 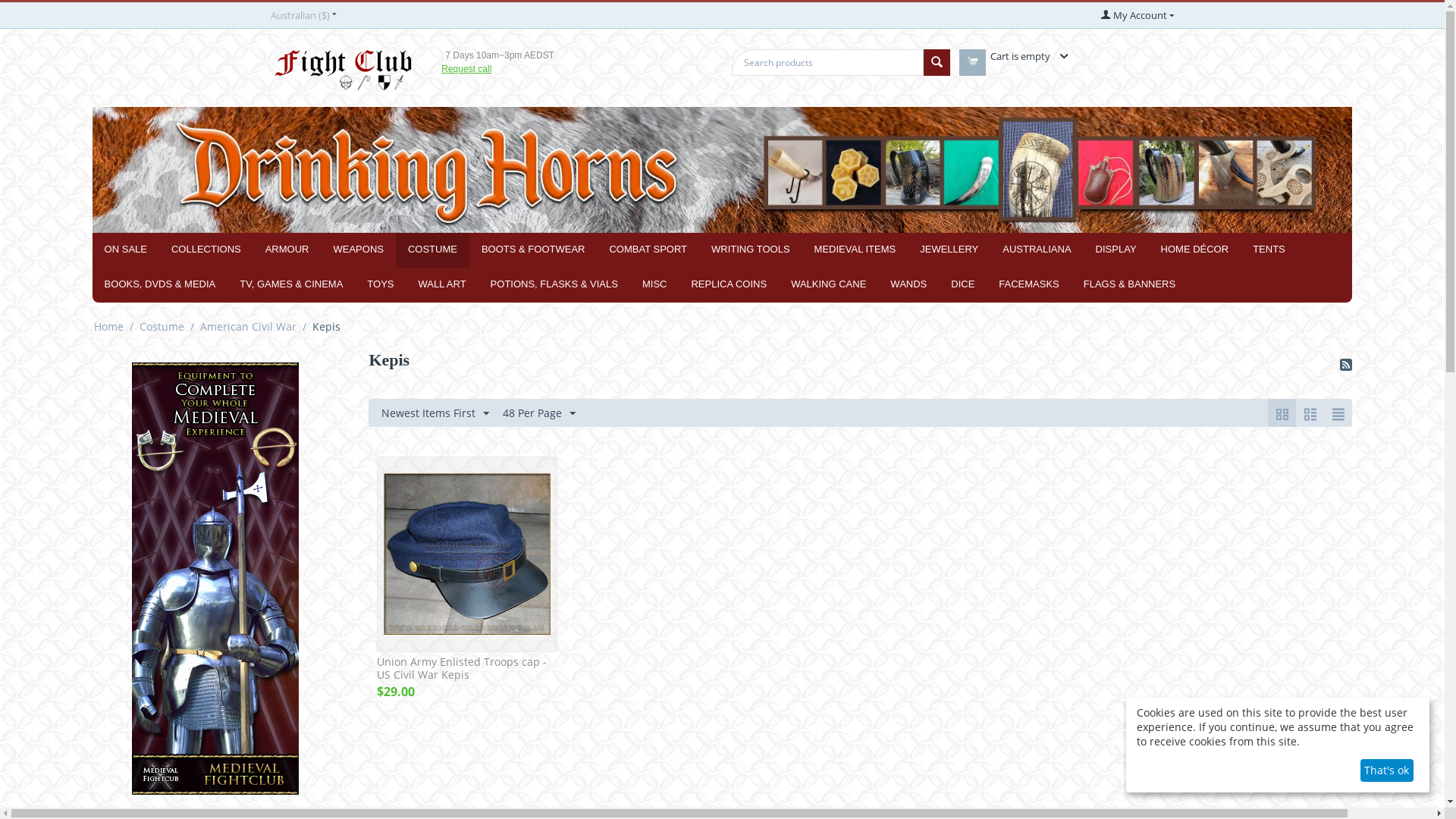 What do you see at coordinates (302, 14) in the screenshot?
I see `'Australian ($)'` at bounding box center [302, 14].